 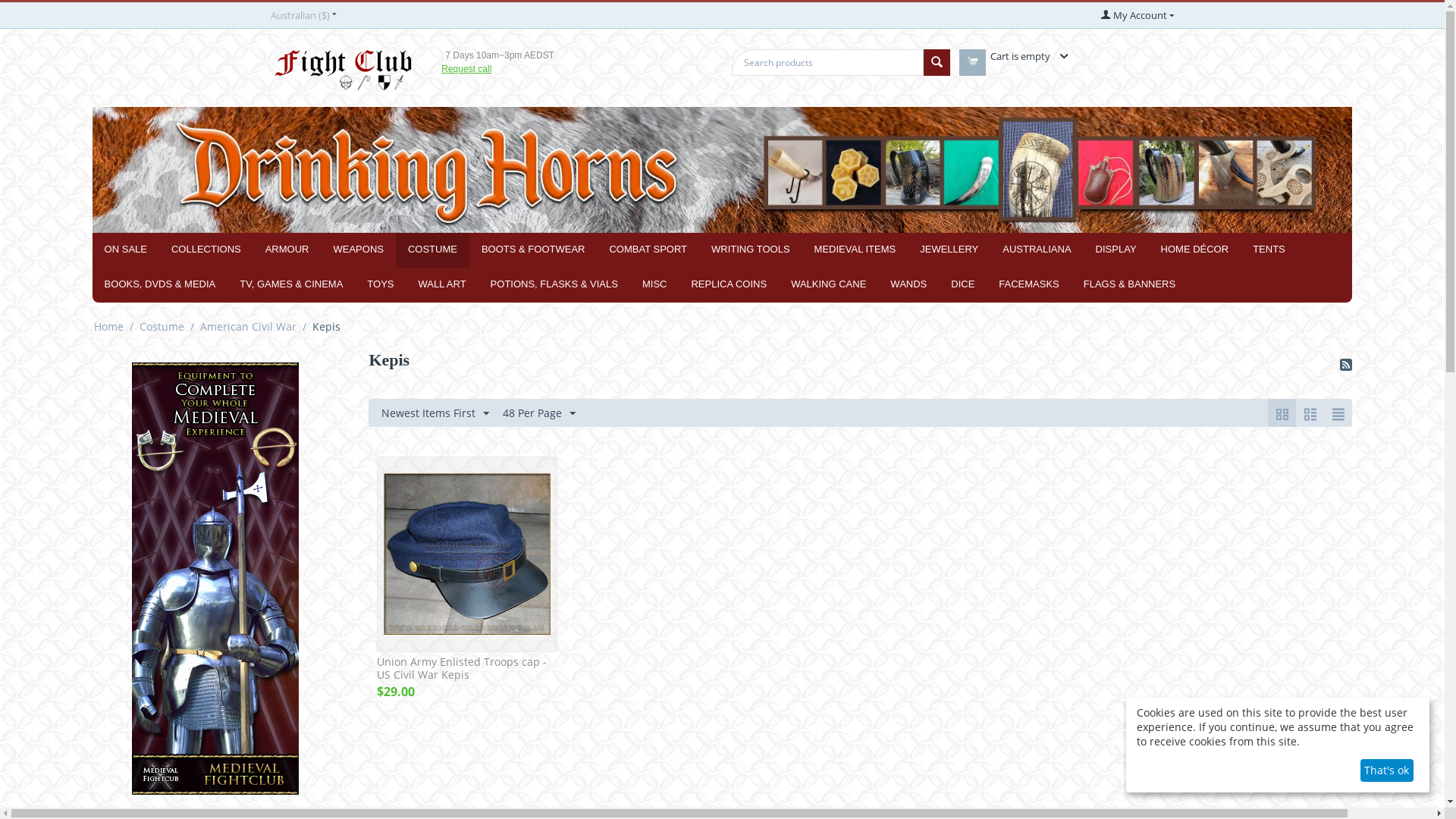 What do you see at coordinates (302, 14) in the screenshot?
I see `'Australian ($)'` at bounding box center [302, 14].